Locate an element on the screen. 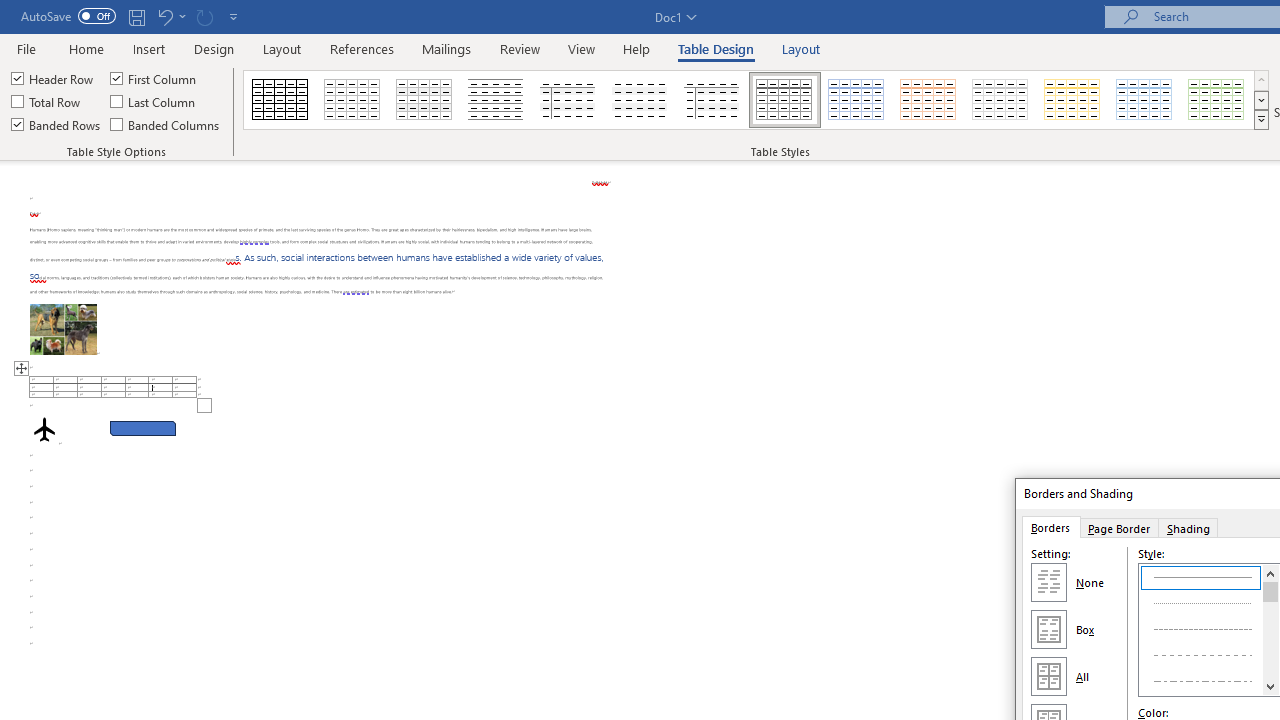  'Header Row' is located at coordinates (53, 77).